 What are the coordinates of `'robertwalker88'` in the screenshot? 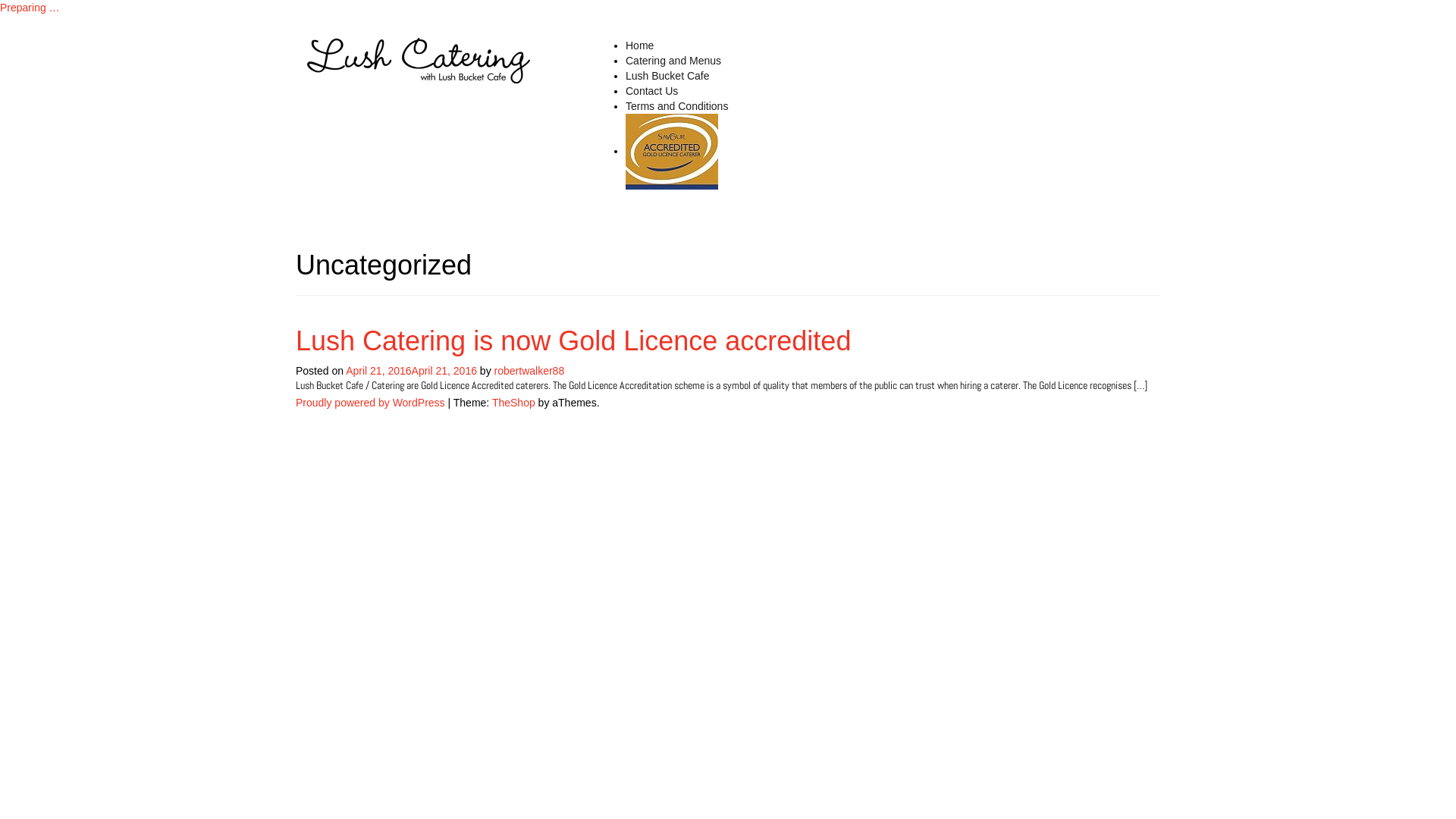 It's located at (494, 371).